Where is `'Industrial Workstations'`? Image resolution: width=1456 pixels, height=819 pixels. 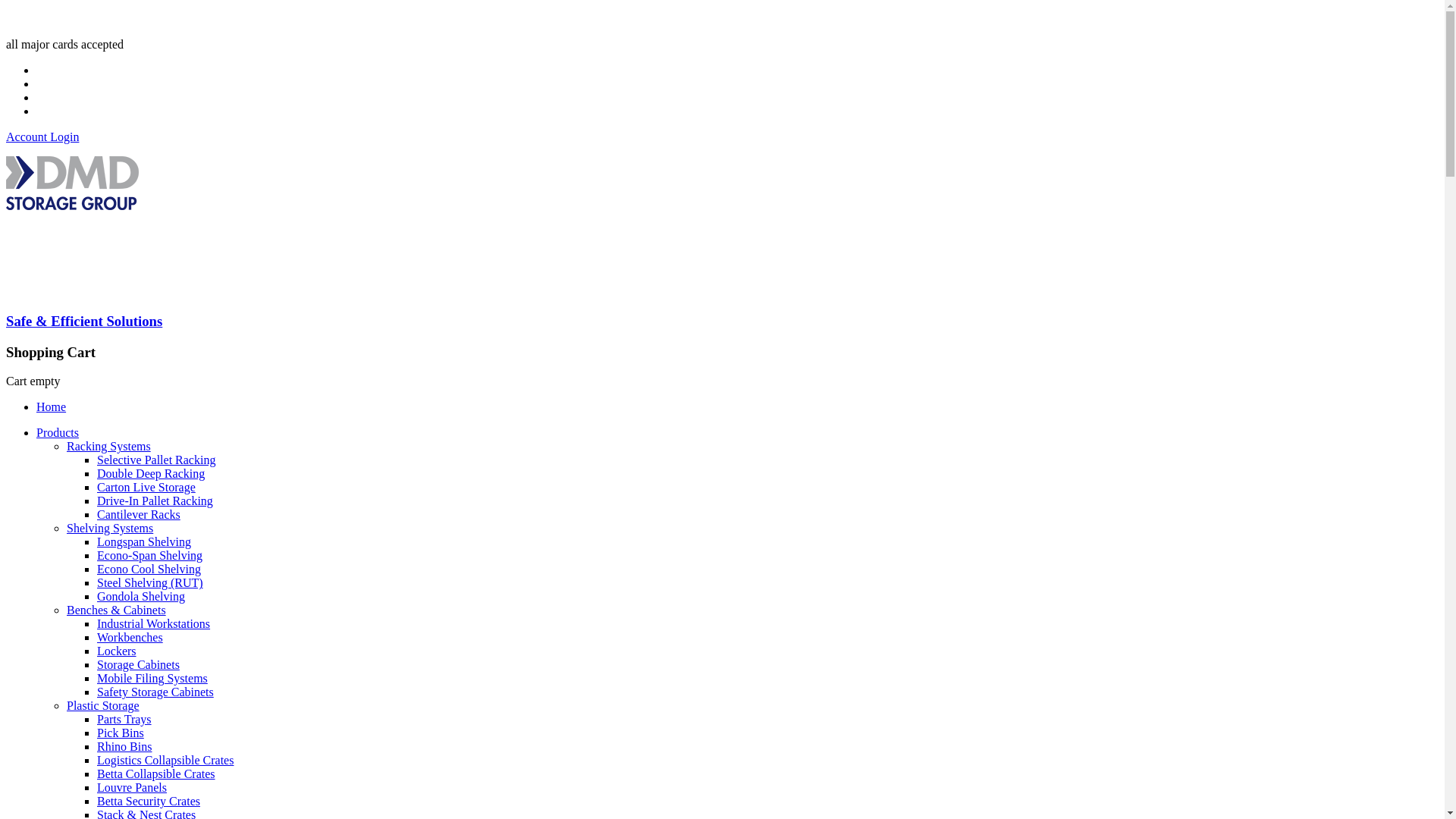
'Industrial Workstations' is located at coordinates (96, 623).